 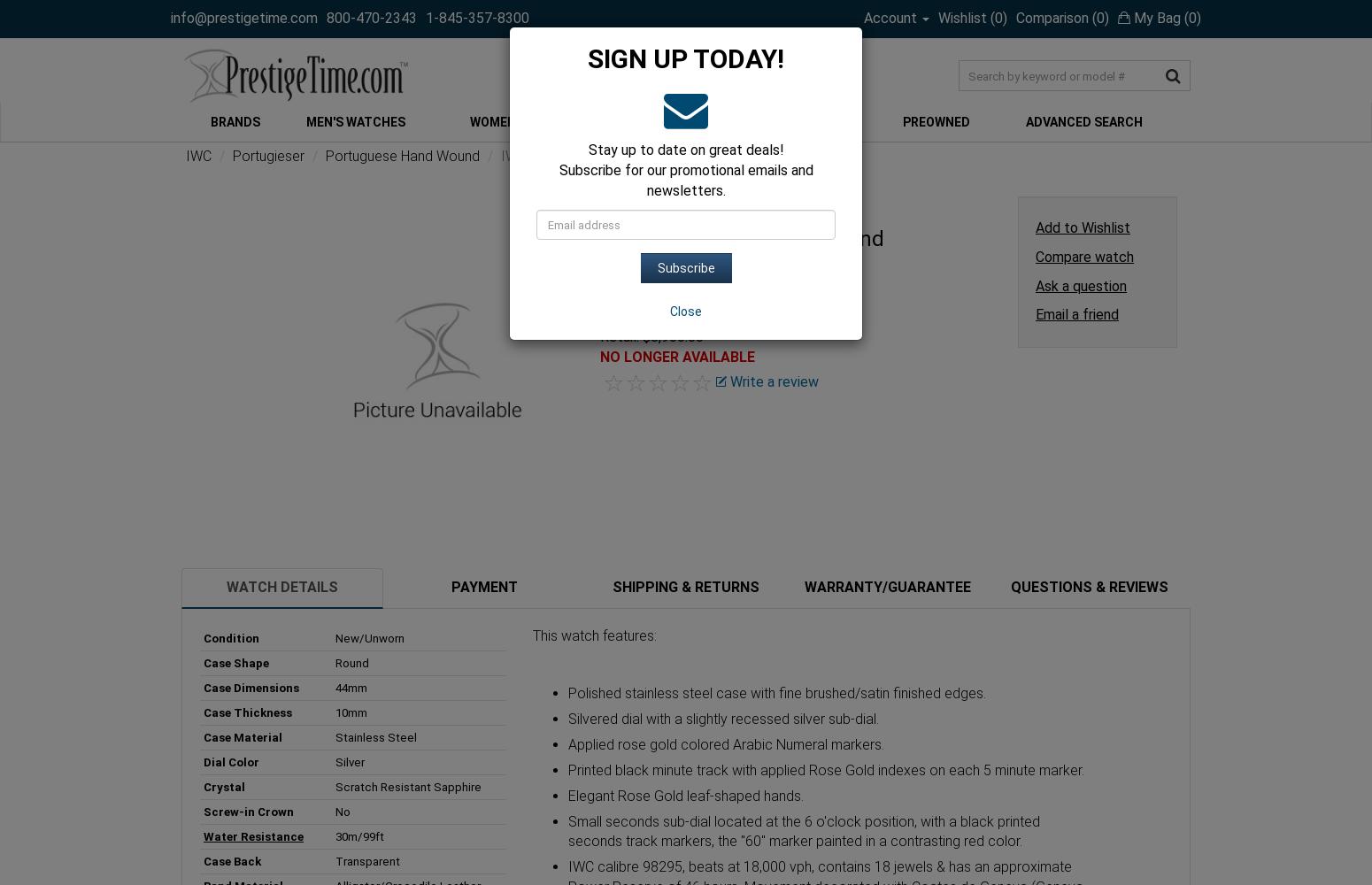 I want to click on 'info@prestigetime.com', so click(x=244, y=18).